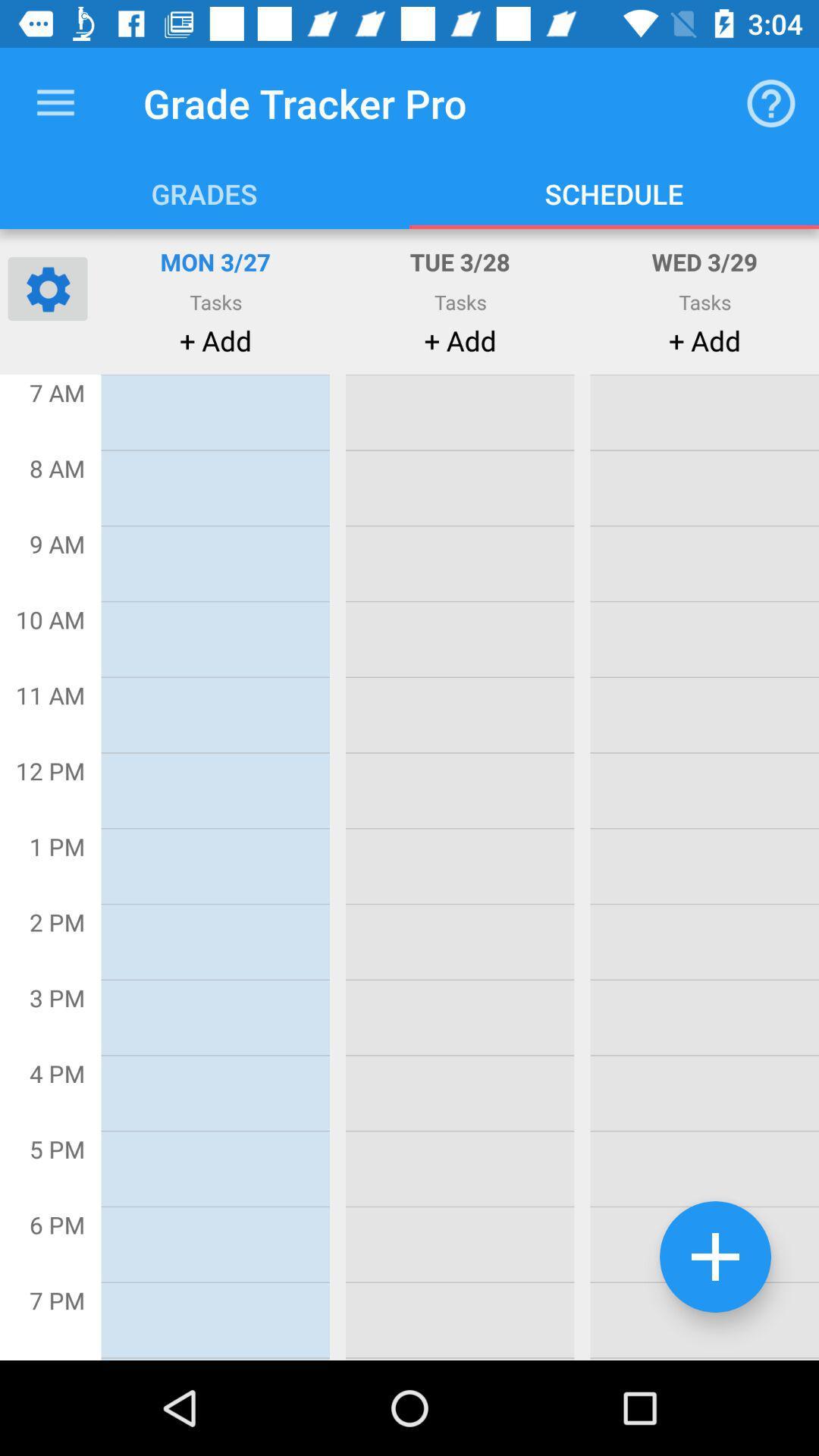 This screenshot has height=1456, width=819. Describe the element at coordinates (715, 1257) in the screenshot. I see `more option` at that location.